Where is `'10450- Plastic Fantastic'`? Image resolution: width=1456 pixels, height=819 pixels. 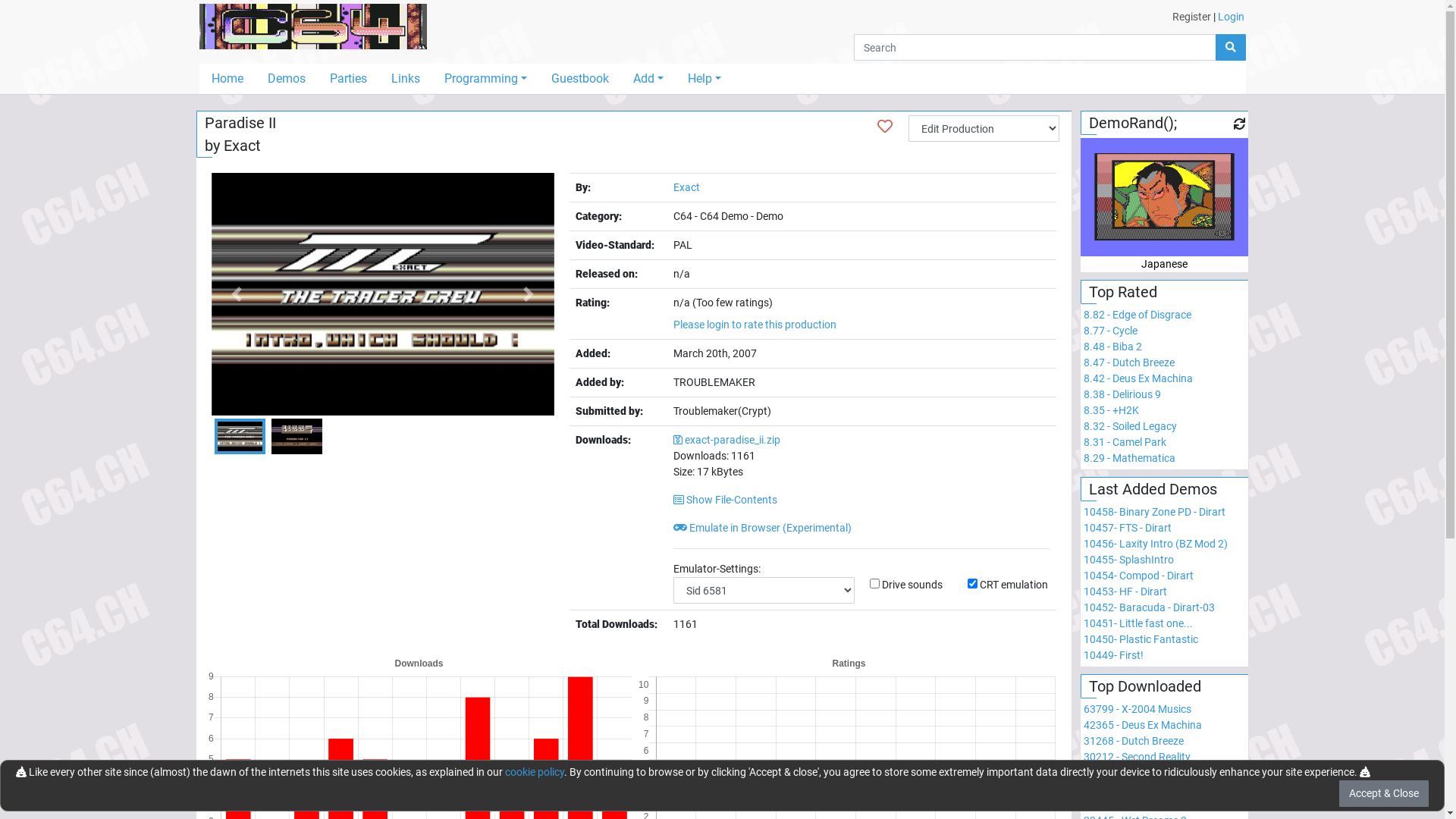
'10450- Plastic Fantastic' is located at coordinates (1141, 639).